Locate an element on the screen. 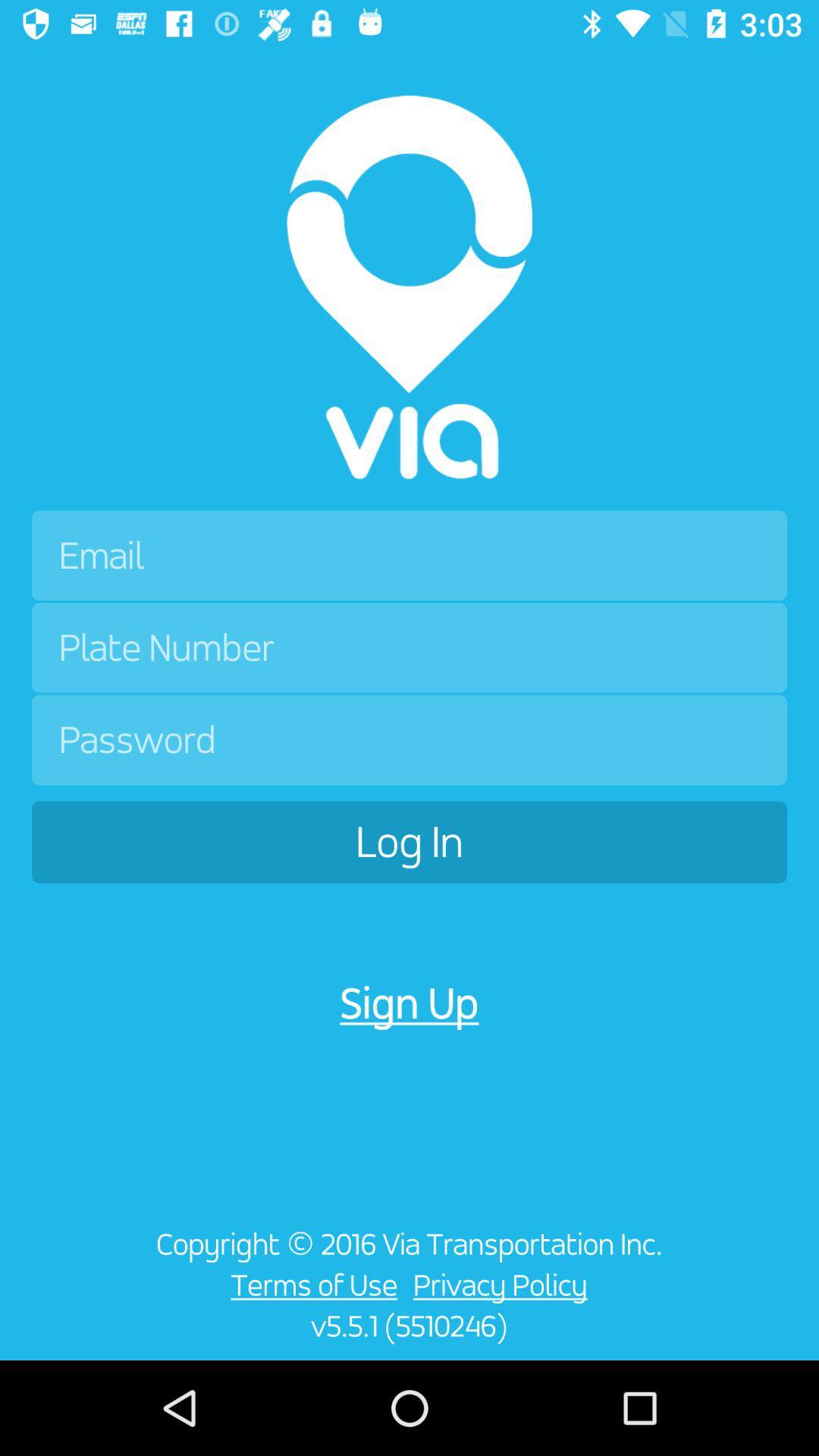 Image resolution: width=819 pixels, height=1456 pixels. the log in icon is located at coordinates (409, 841).